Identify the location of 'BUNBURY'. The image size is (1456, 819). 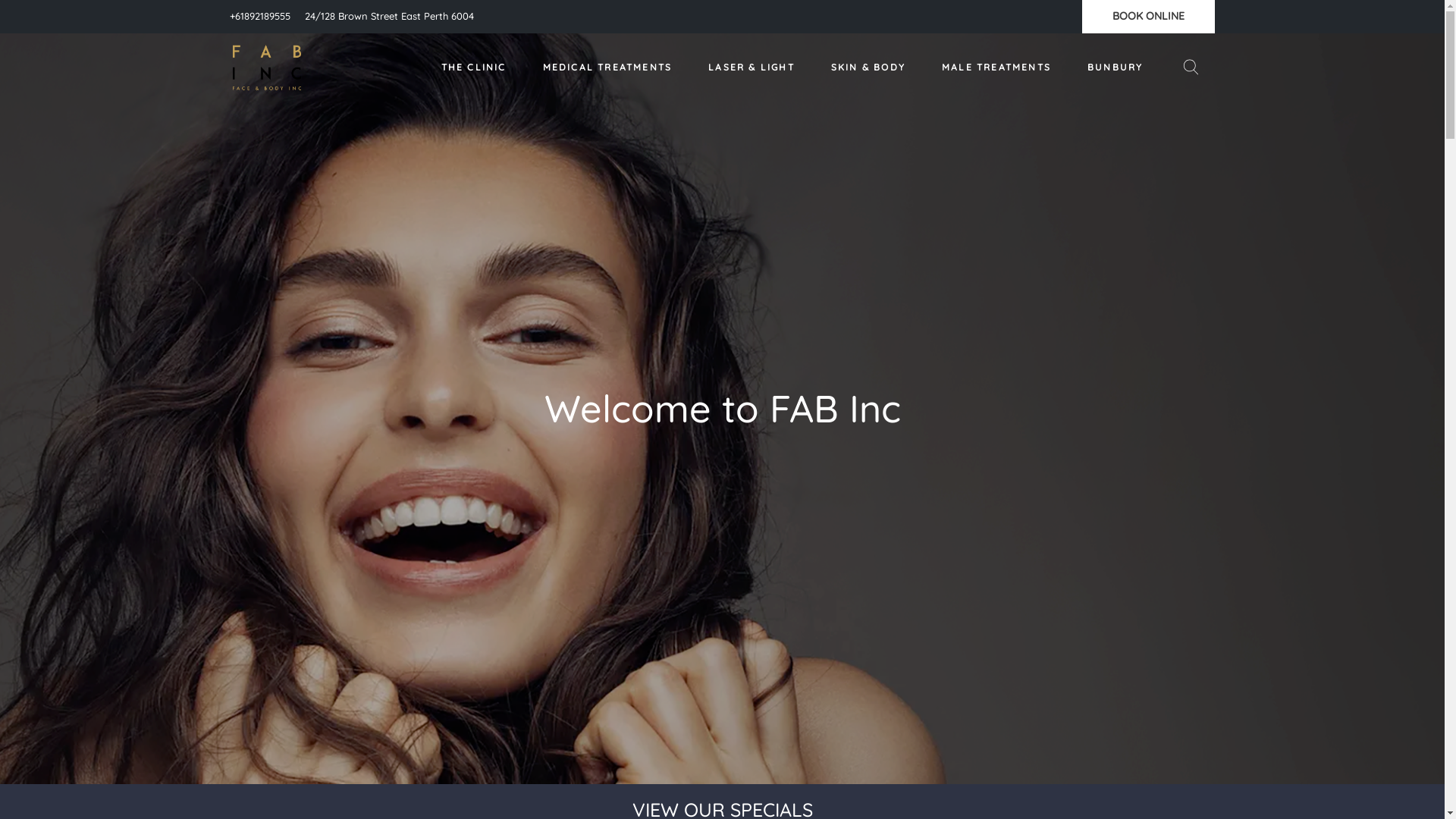
(1115, 66).